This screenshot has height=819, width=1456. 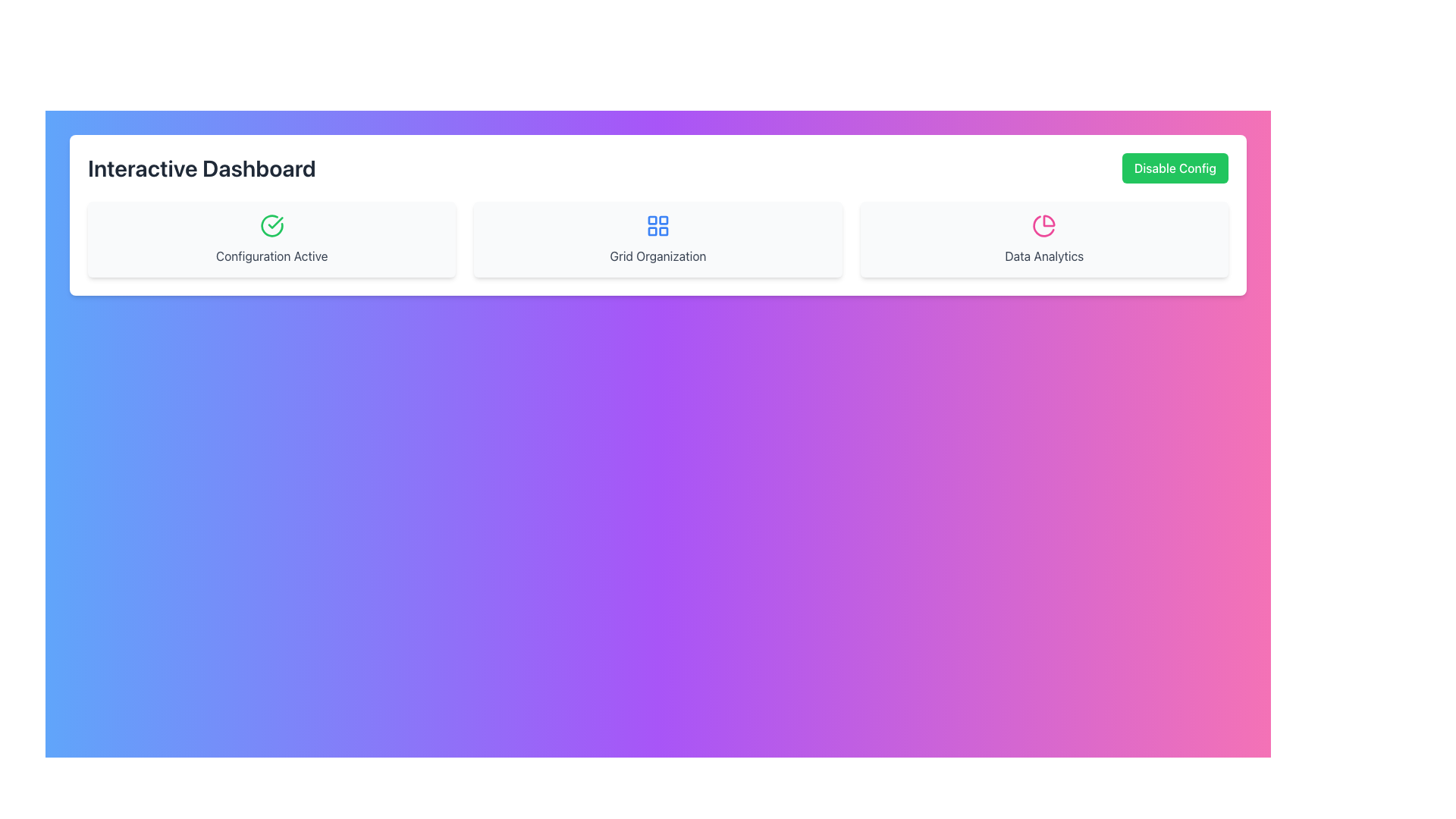 I want to click on the top-left square of the 2x2 grid within the 'Grid Organization' icon located in the second card of the top dashboard area, so click(x=652, y=220).